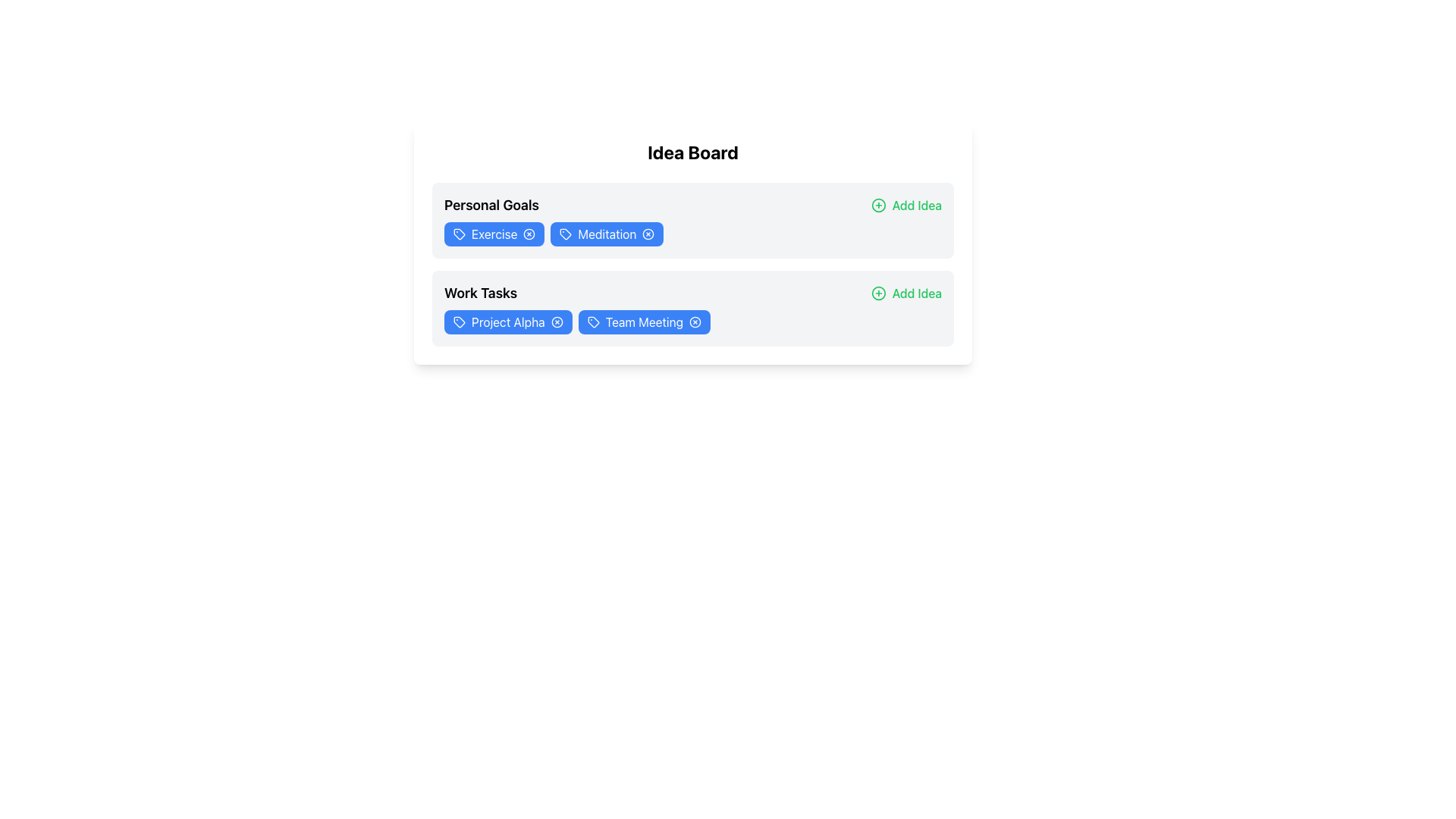 Image resolution: width=1456 pixels, height=819 pixels. I want to click on the 'Meditation' tag button located to the right of the 'Exercise' button under the 'Personal Goals' header, so click(607, 234).